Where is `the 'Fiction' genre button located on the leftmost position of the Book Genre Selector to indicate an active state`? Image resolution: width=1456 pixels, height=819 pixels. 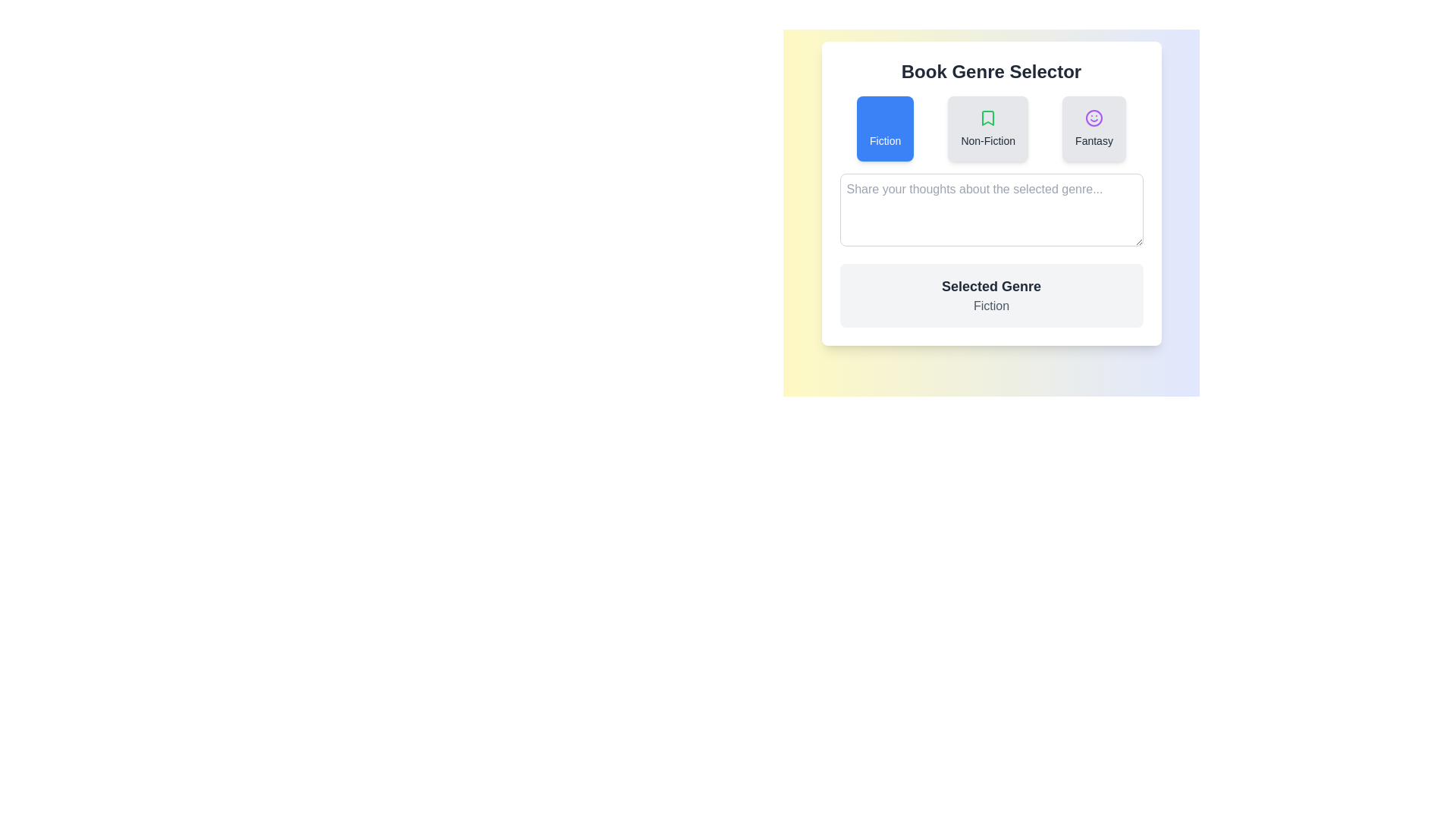 the 'Fiction' genre button located on the leftmost position of the Book Genre Selector to indicate an active state is located at coordinates (885, 127).